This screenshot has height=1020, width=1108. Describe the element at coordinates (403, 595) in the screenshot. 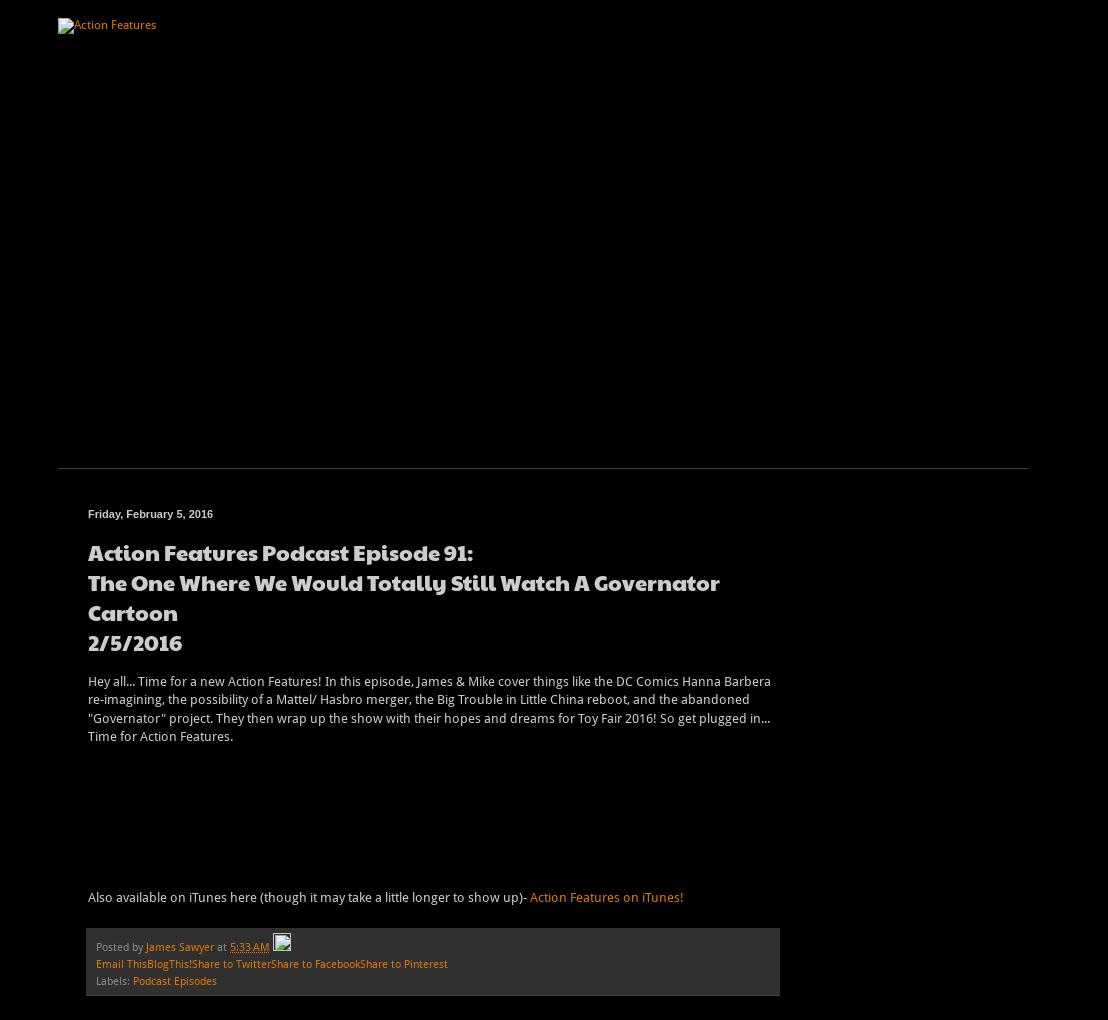

I see `'The One Where We Would Totally Still Watch A Governator Cartoon'` at that location.